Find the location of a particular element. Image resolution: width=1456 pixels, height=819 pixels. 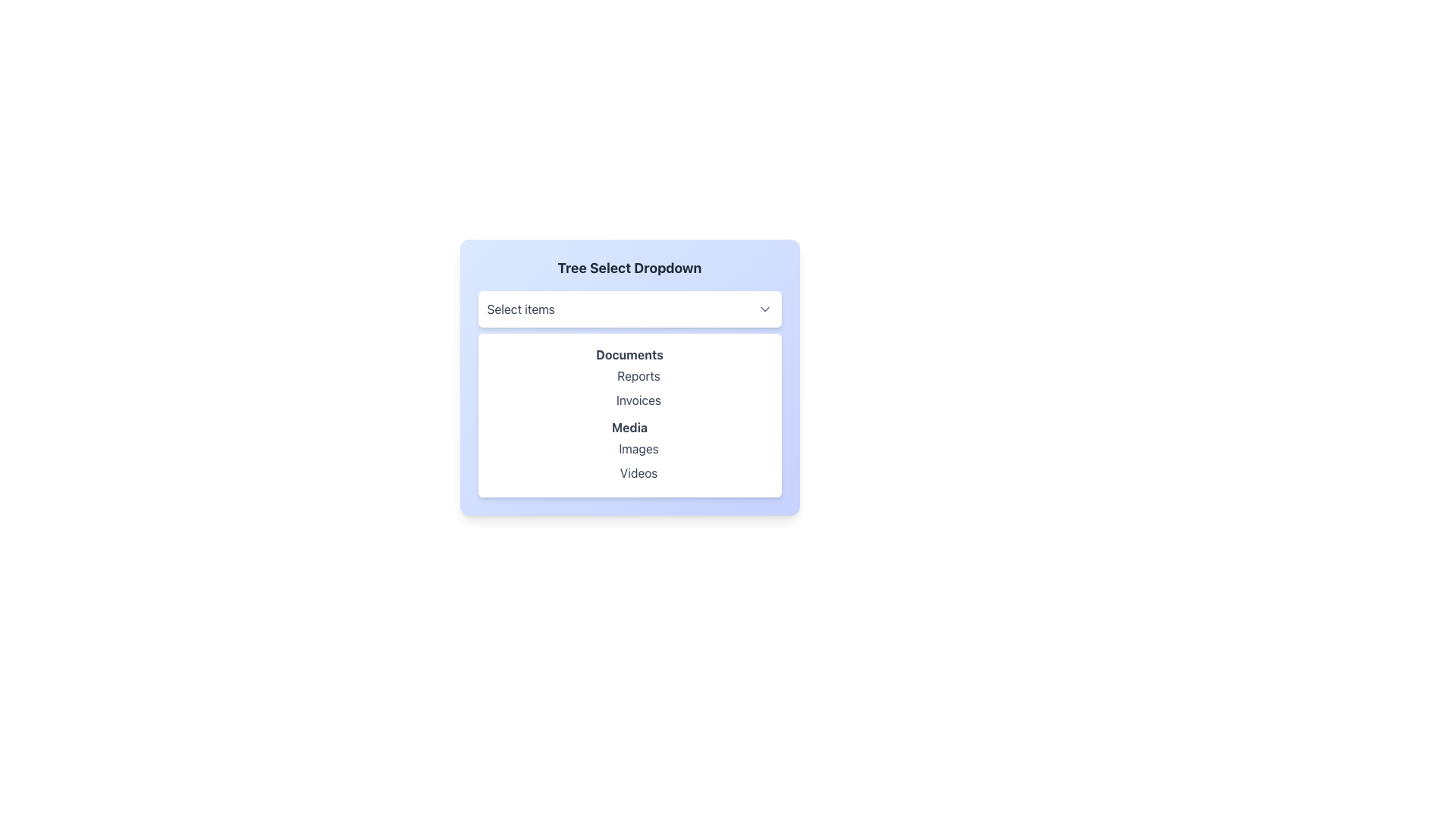

the 'Videos' text label in the dropdown menu is located at coordinates (635, 472).